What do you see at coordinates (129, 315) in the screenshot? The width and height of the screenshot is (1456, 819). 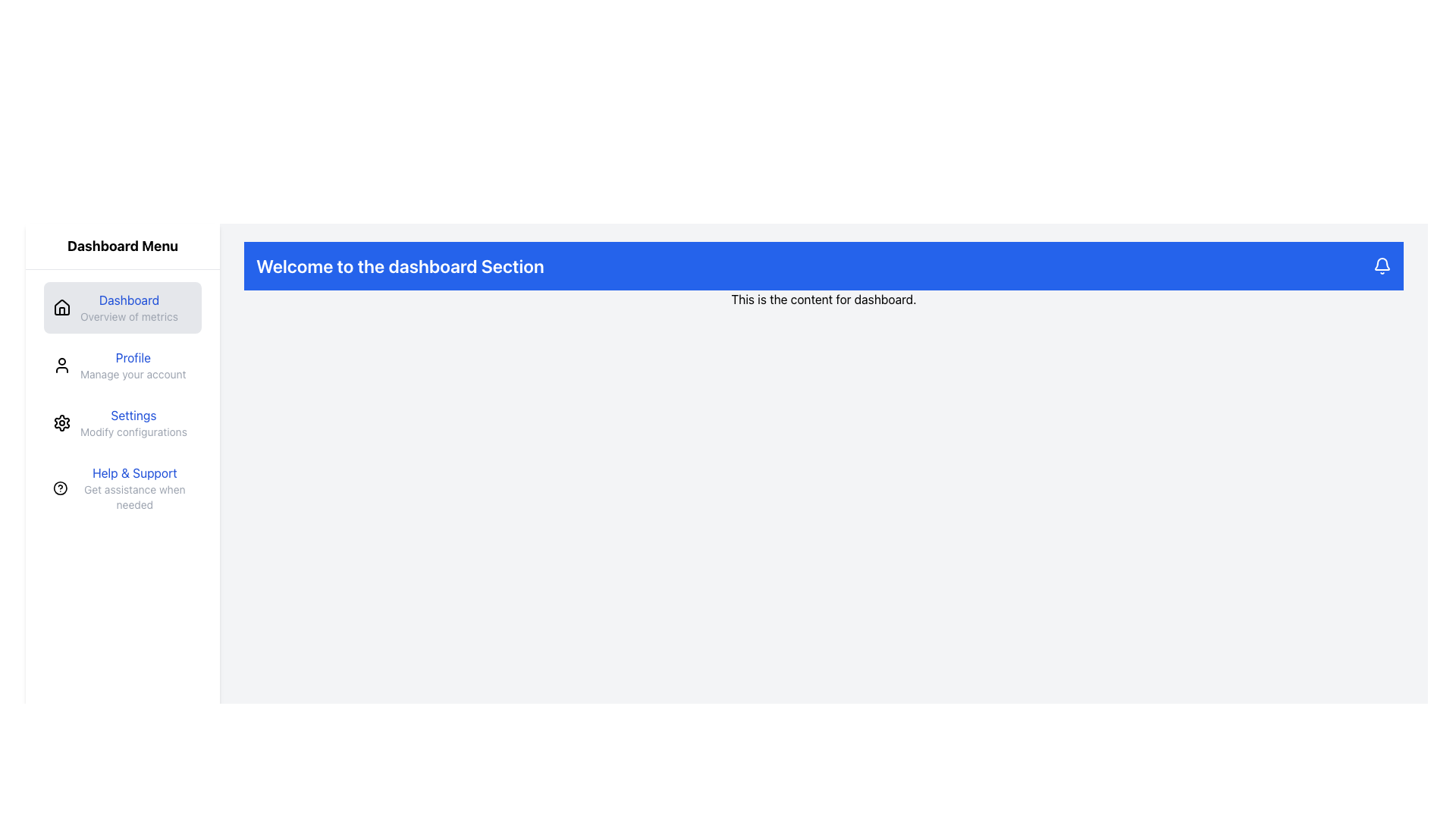 I see `text label 'Overview of metrics' which is a small gray font positioned below the bold 'Dashboard' text in the vertical navigation menu on the left side of the interface` at bounding box center [129, 315].